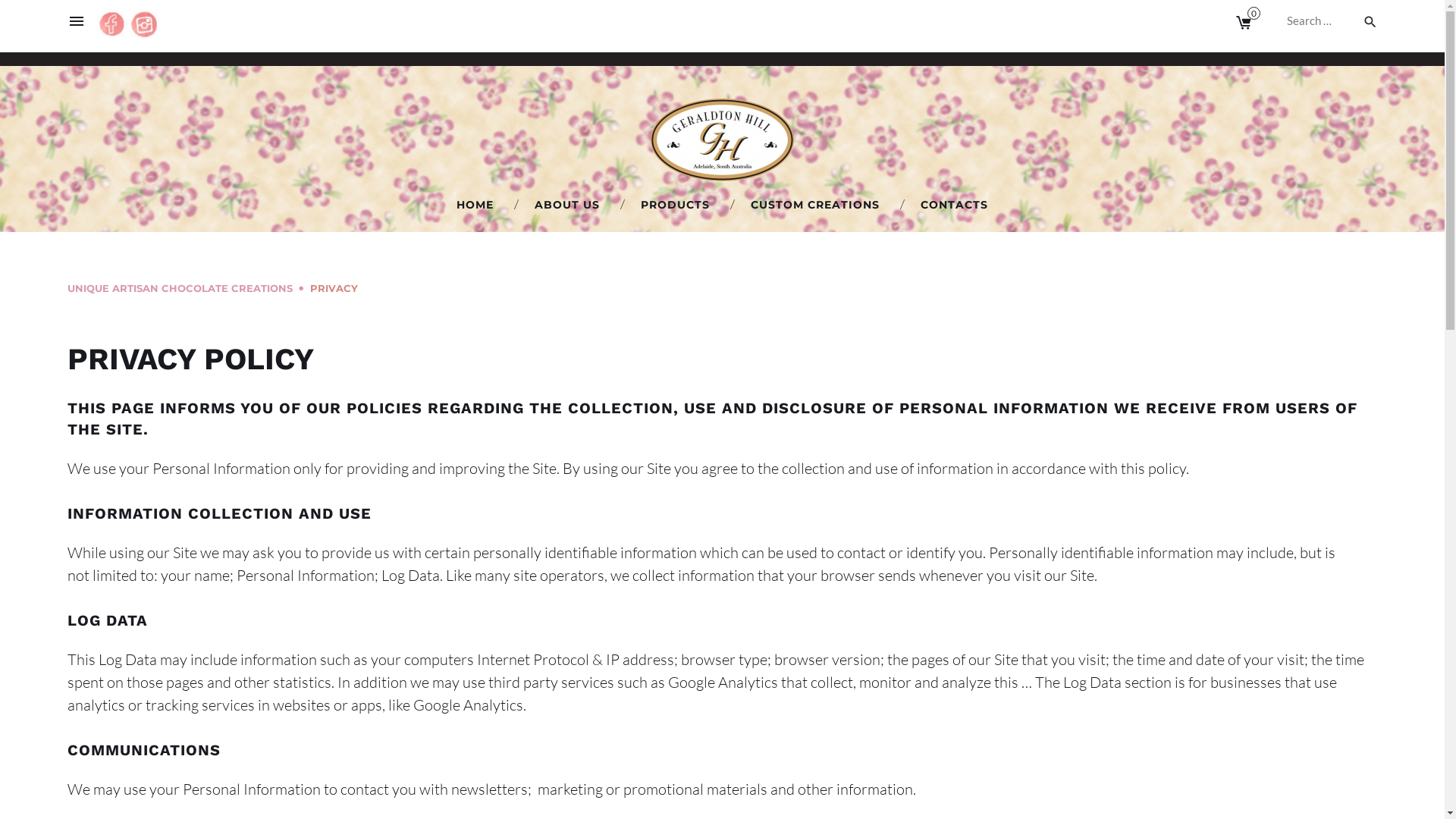  Describe the element at coordinates (1285, 20) in the screenshot. I see `'Search for:'` at that location.